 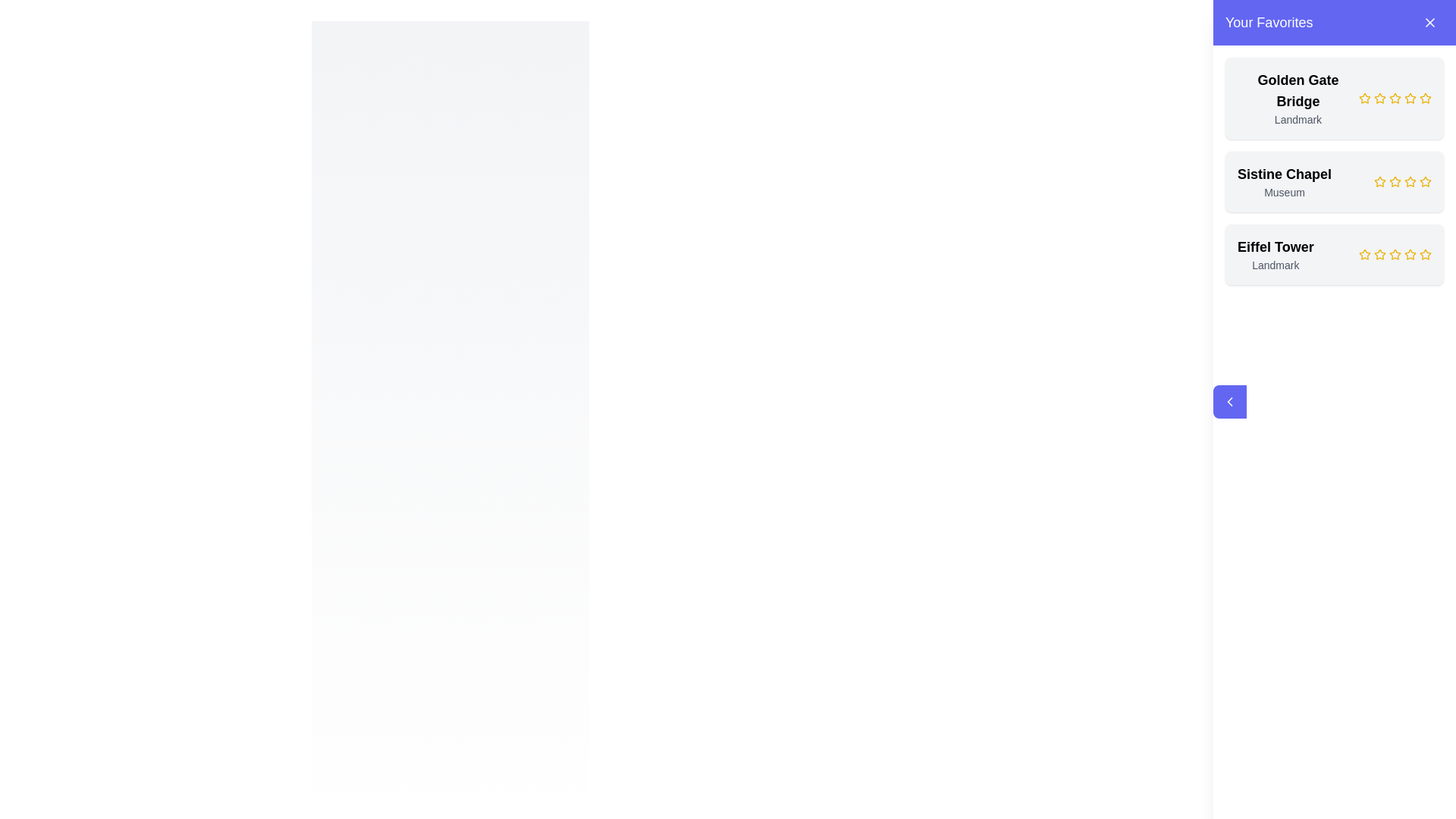 I want to click on the chevron icon located in the blue button on the left side of the vertical sidebar, so click(x=1230, y=400).